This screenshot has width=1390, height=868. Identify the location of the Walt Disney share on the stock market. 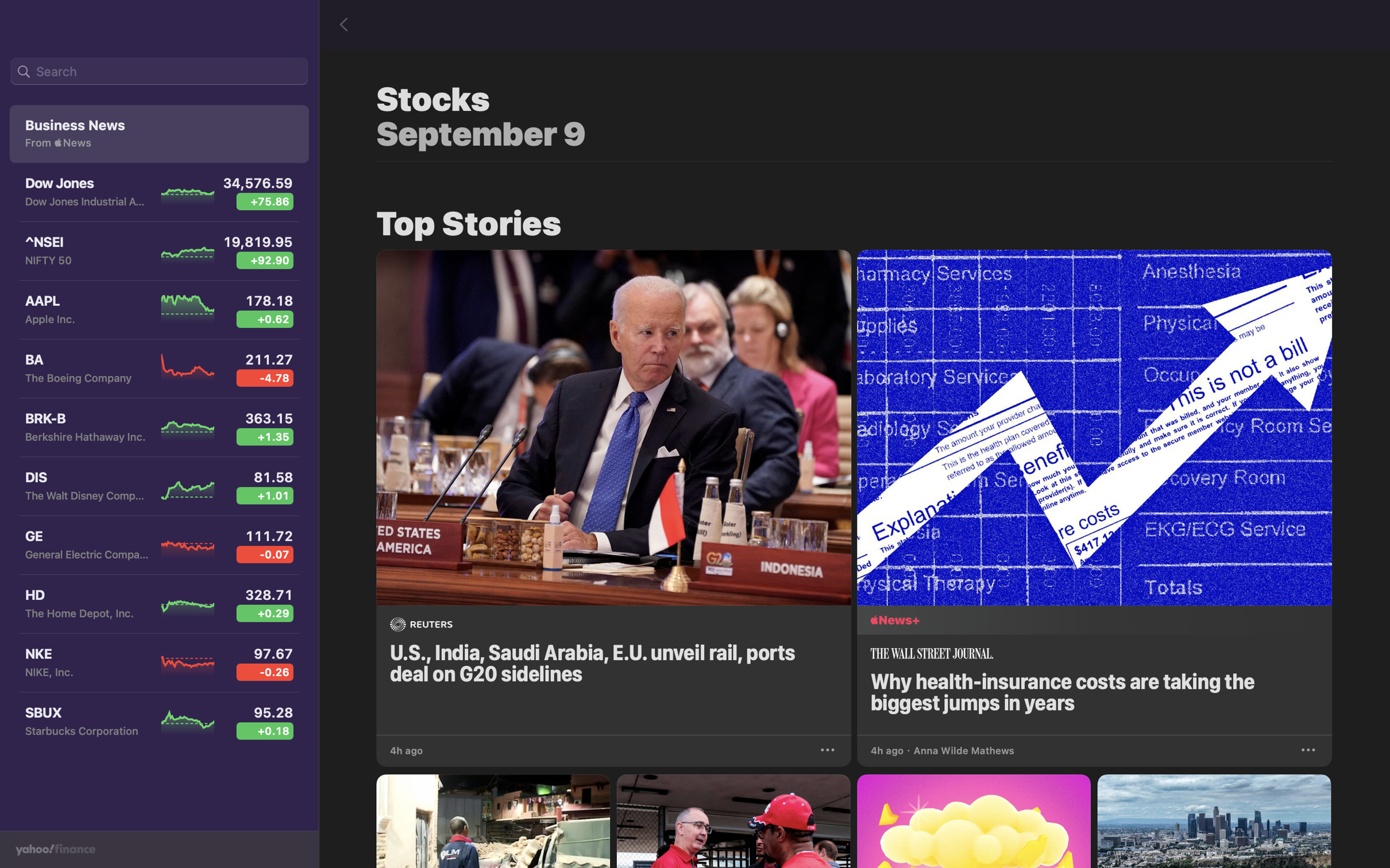
(155, 489).